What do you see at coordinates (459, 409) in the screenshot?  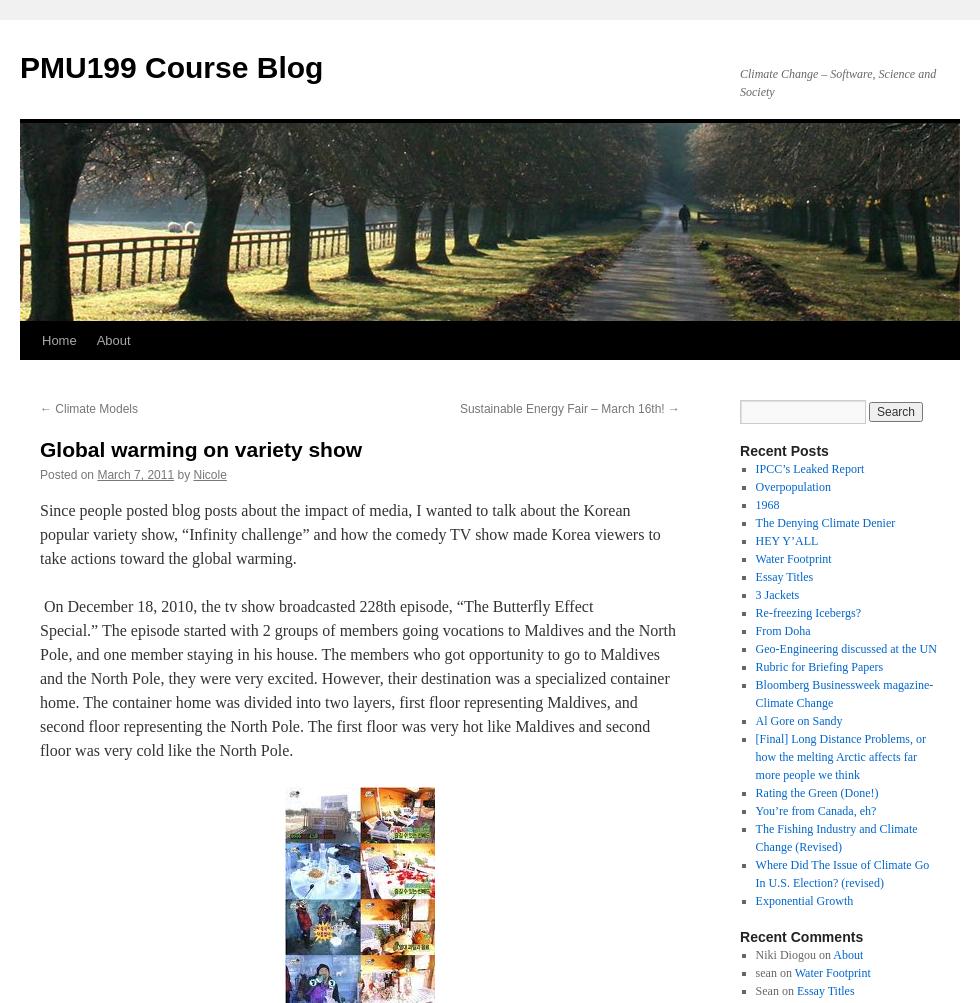 I see `'Sustainable Energy Fair – March 16th!'` at bounding box center [459, 409].